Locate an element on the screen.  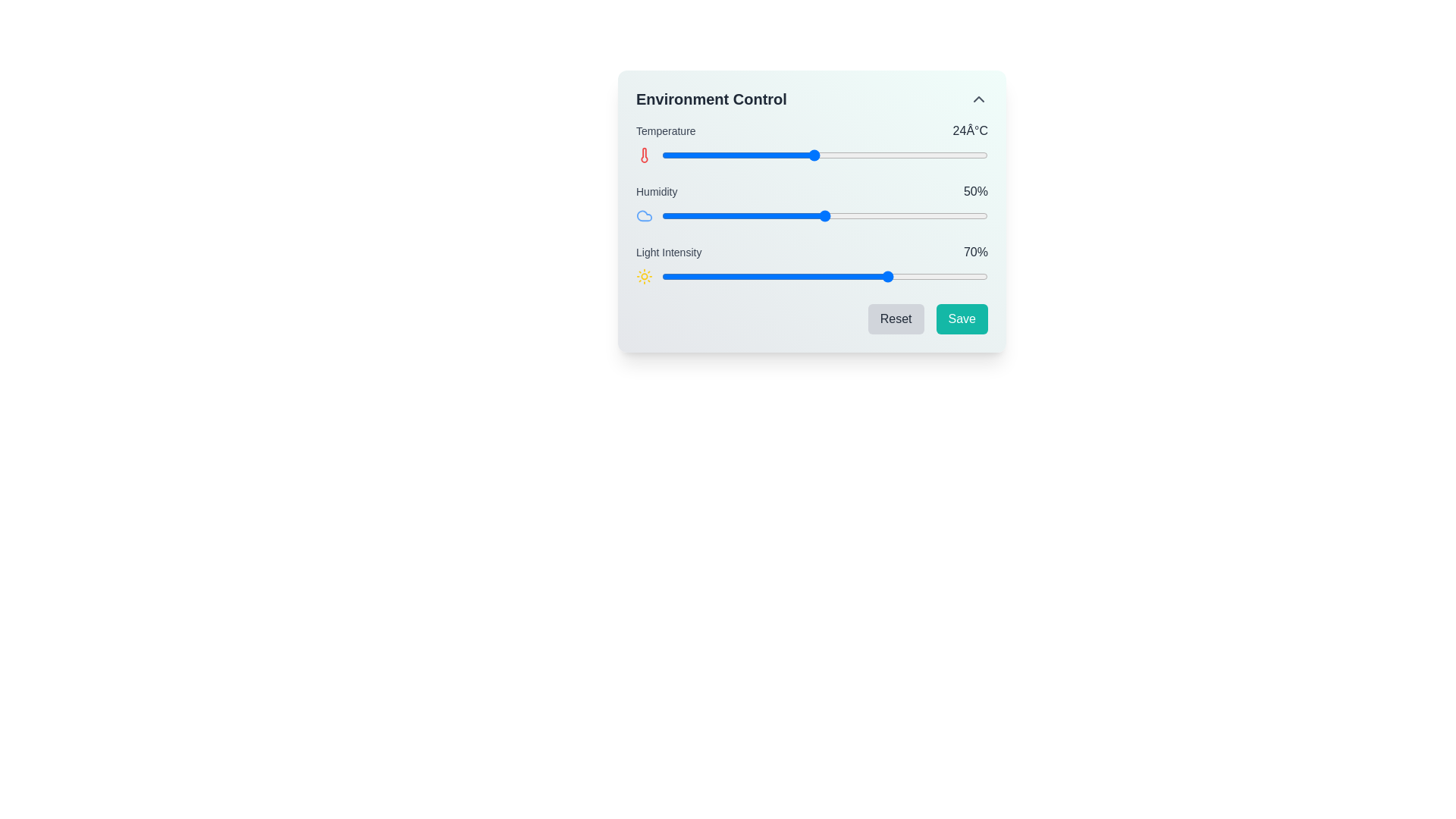
temperature is located at coordinates (704, 155).